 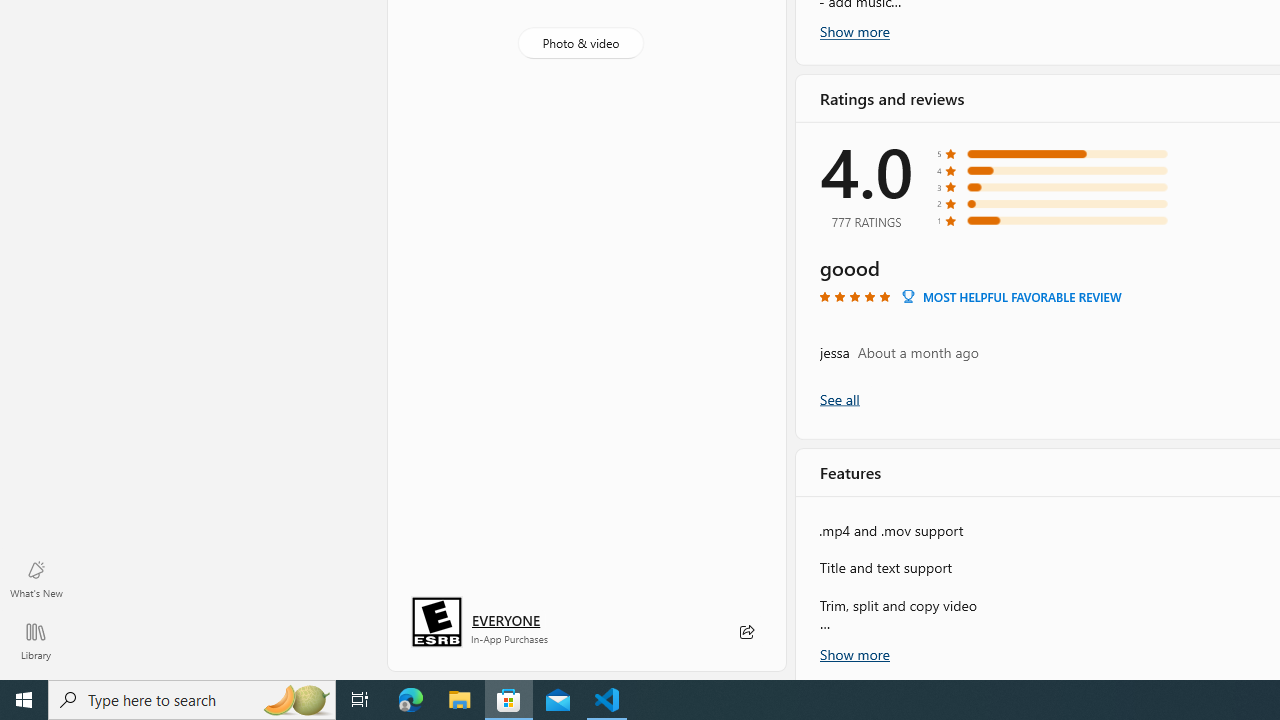 I want to click on 'Library', so click(x=35, y=640).